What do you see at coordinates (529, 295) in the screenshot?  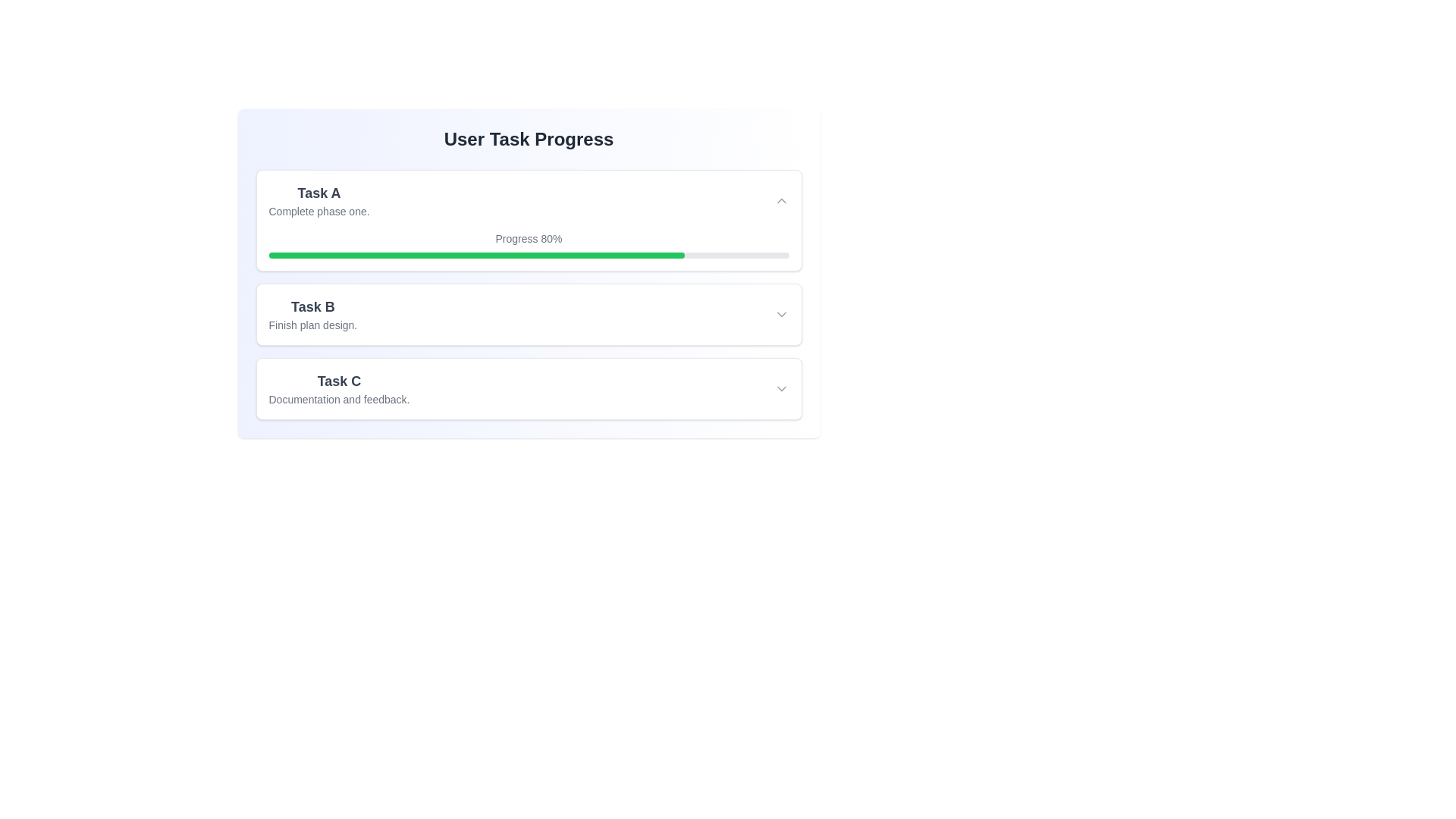 I see `the second task item in the 'User Task Progress' section to edit its details` at bounding box center [529, 295].